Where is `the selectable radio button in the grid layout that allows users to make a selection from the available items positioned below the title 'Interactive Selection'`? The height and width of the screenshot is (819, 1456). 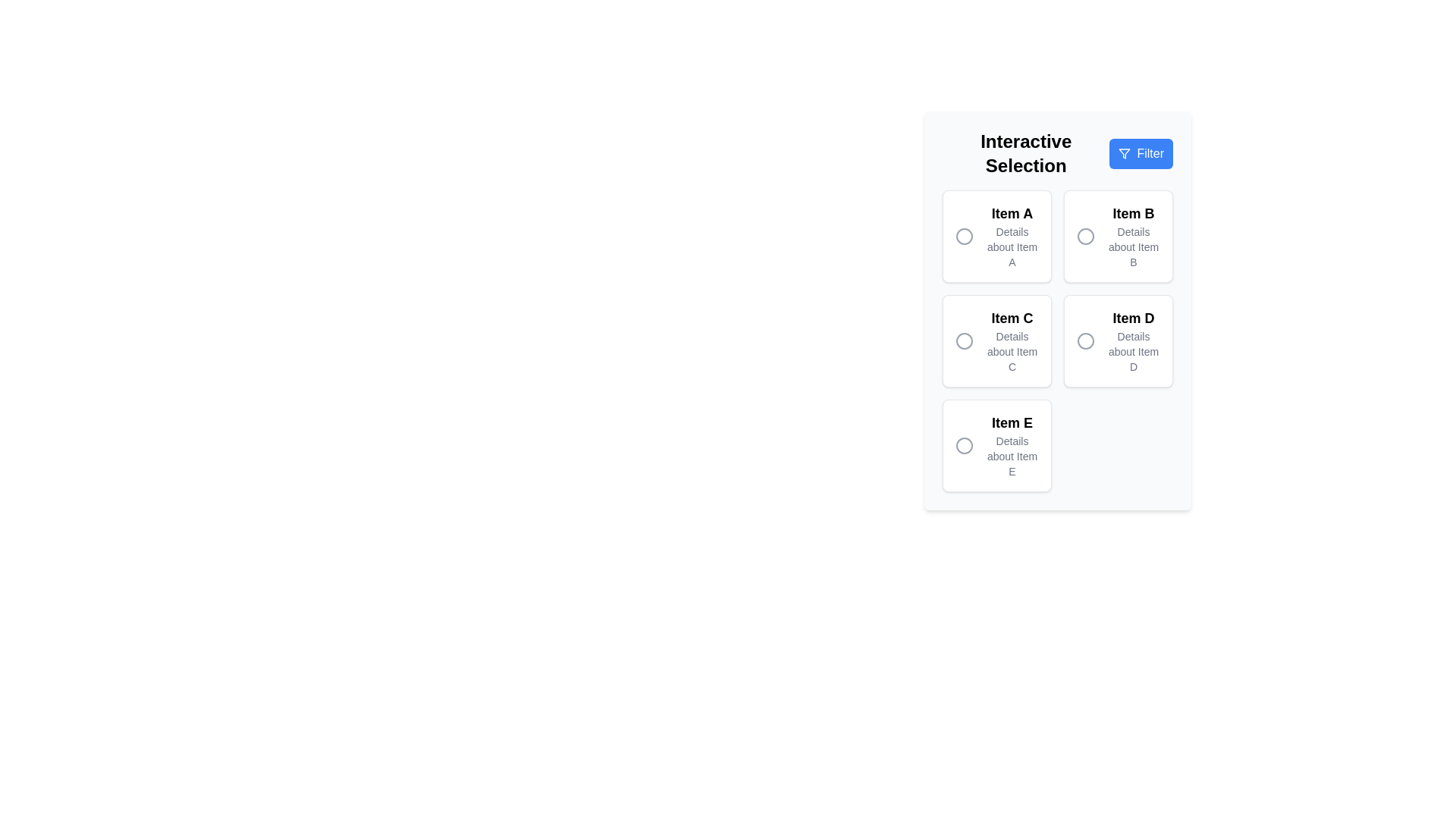 the selectable radio button in the grid layout that allows users to make a selection from the available items positioned below the title 'Interactive Selection' is located at coordinates (1057, 341).